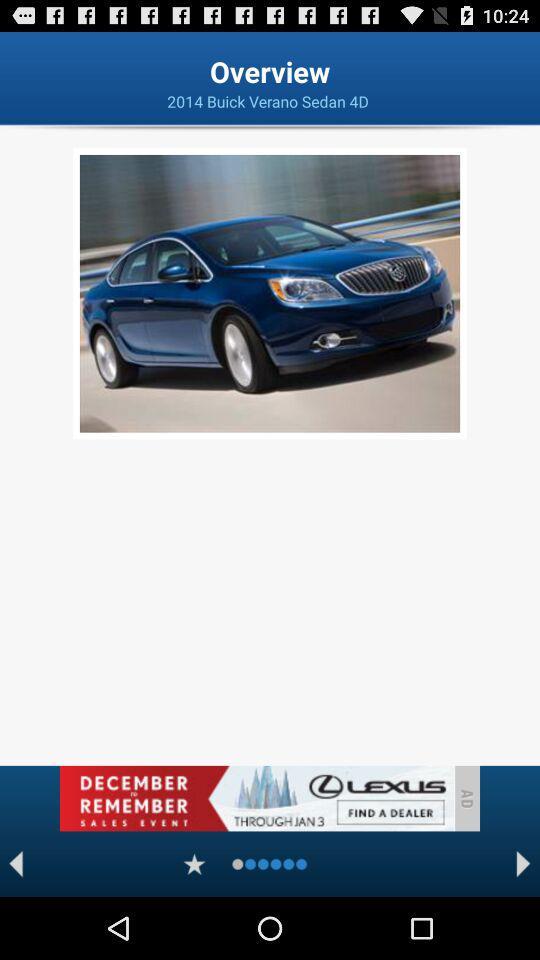  What do you see at coordinates (256, 798) in the screenshot?
I see `logo title` at bounding box center [256, 798].